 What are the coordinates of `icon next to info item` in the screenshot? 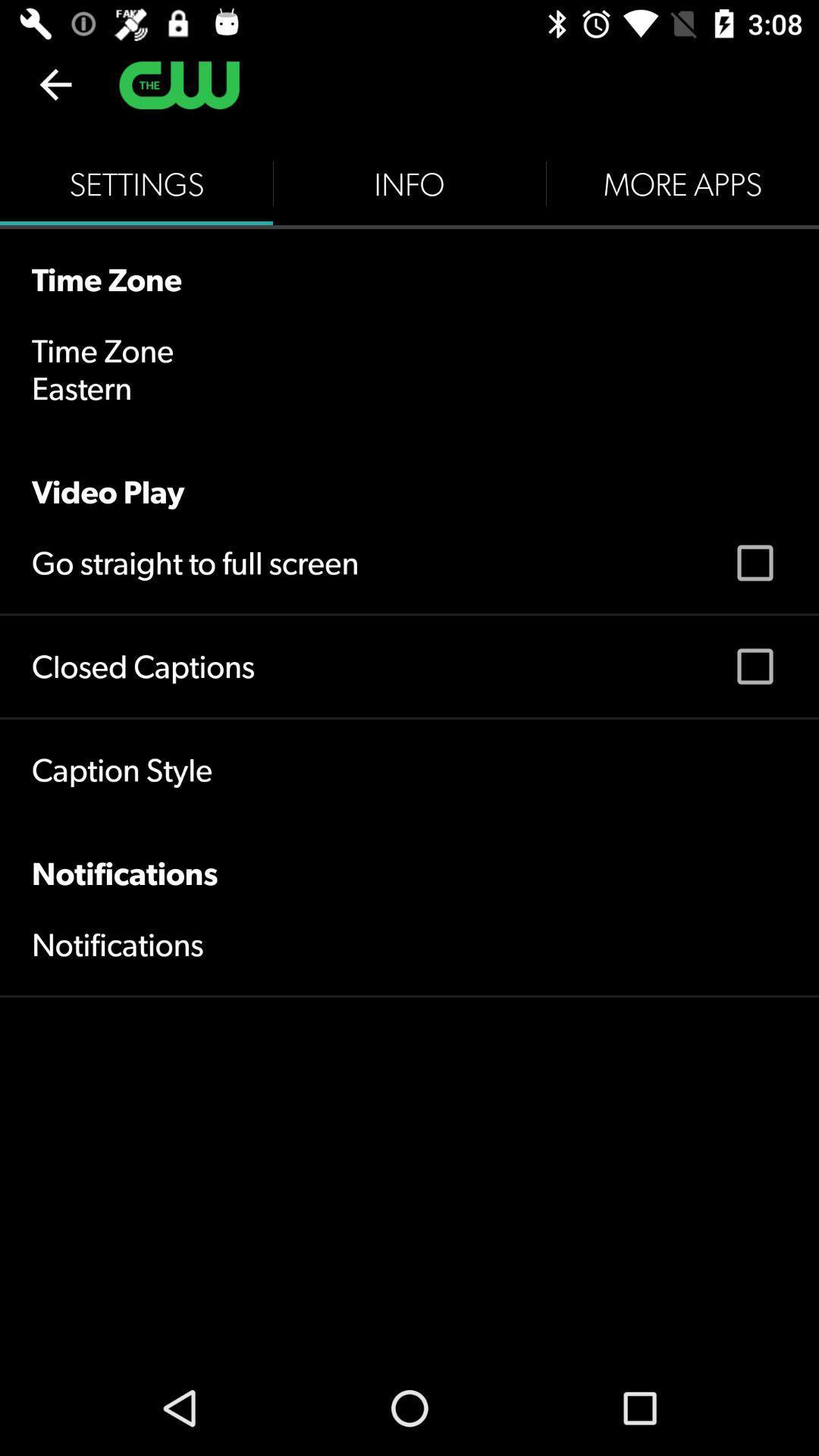 It's located at (681, 184).